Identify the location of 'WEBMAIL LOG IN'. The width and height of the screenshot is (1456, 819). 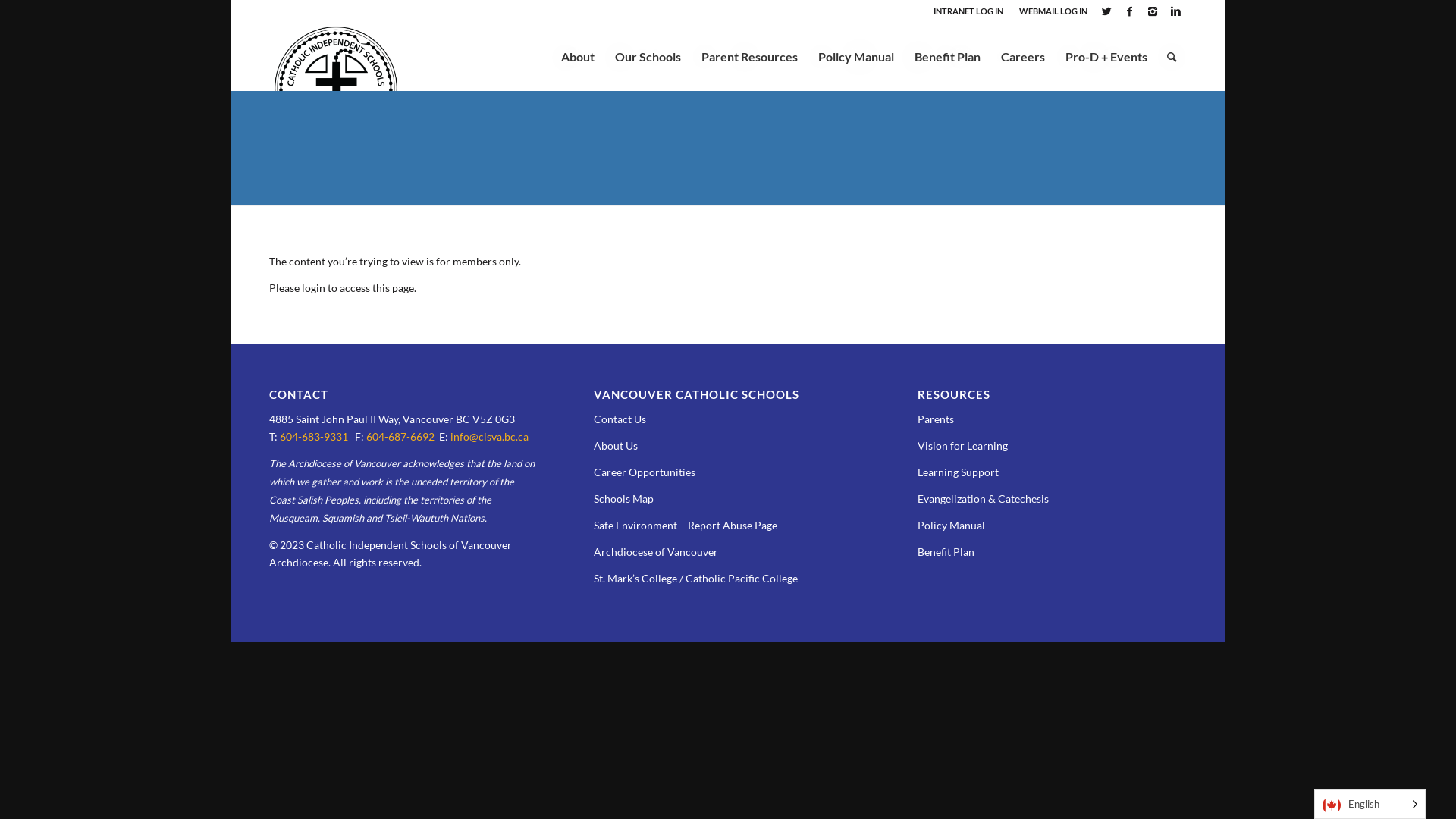
(1052, 11).